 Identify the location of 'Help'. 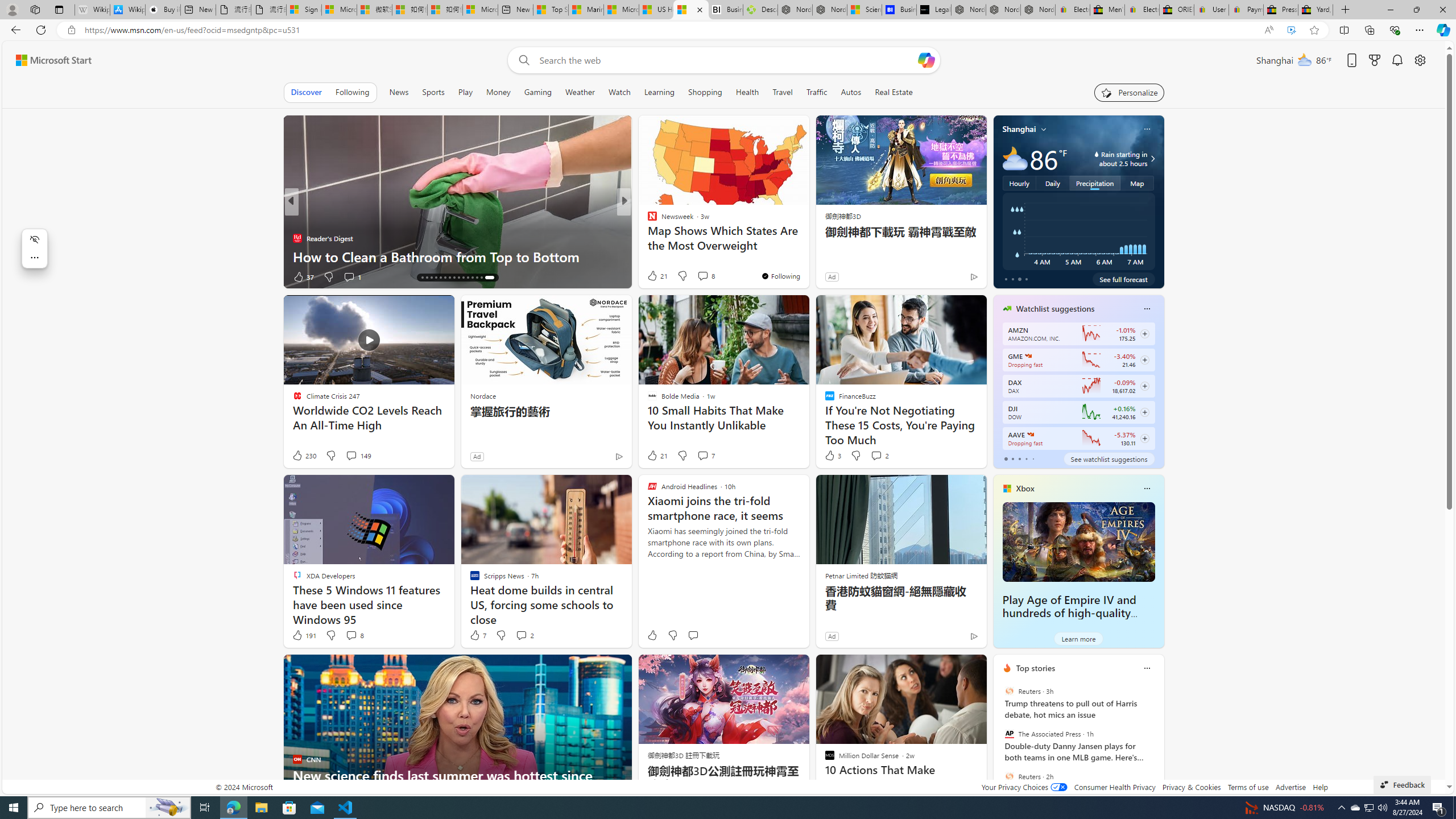
(1319, 786).